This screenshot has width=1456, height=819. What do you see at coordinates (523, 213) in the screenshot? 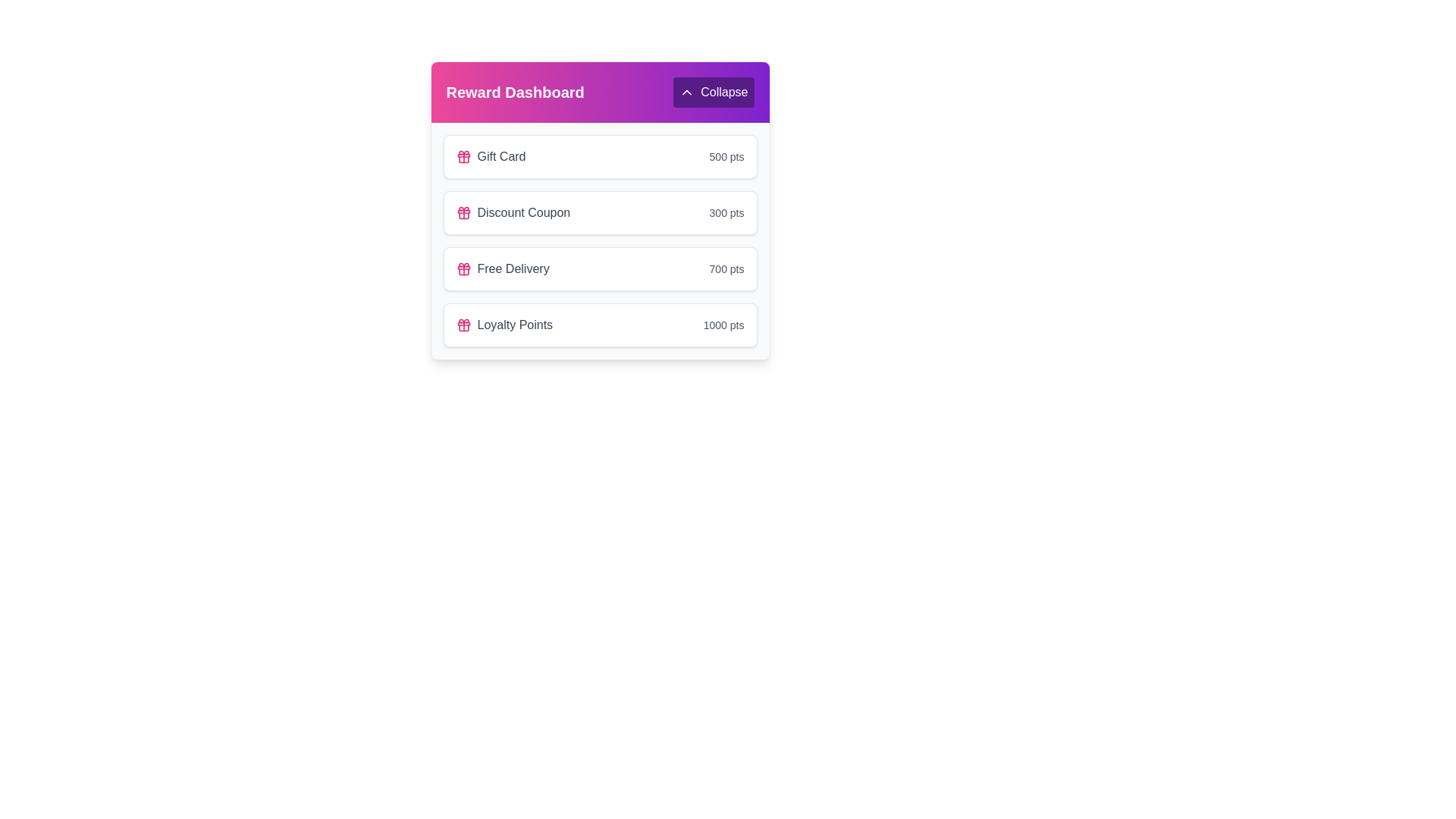
I see `the 'Discount Coupon' text label, which is the second label in the vertical list under the 'Reward Dashboard' section` at bounding box center [523, 213].